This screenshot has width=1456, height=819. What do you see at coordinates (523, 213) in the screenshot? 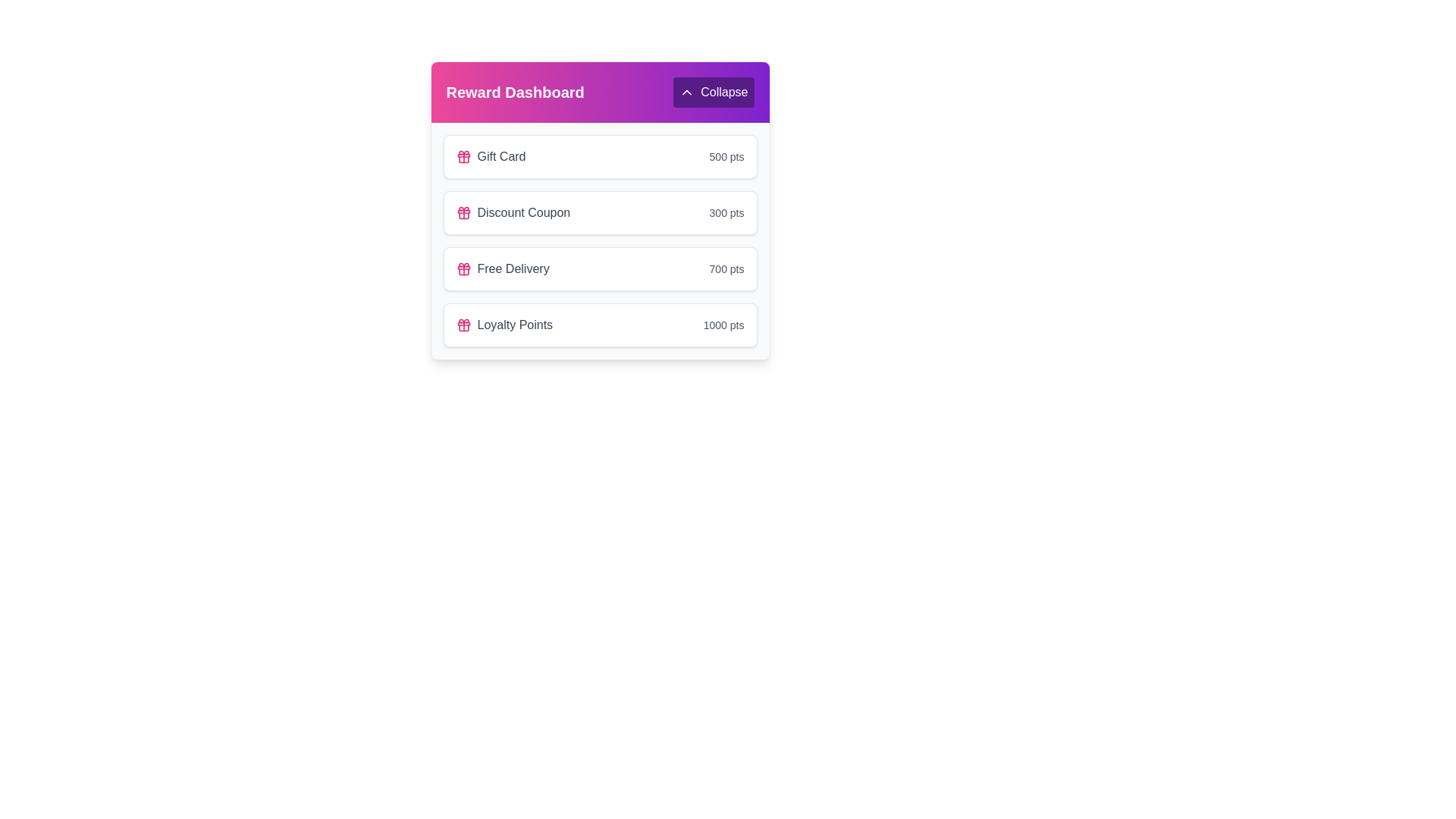
I see `the 'Discount Coupon' text label, which is the second label in the vertical list under the 'Reward Dashboard' section` at bounding box center [523, 213].